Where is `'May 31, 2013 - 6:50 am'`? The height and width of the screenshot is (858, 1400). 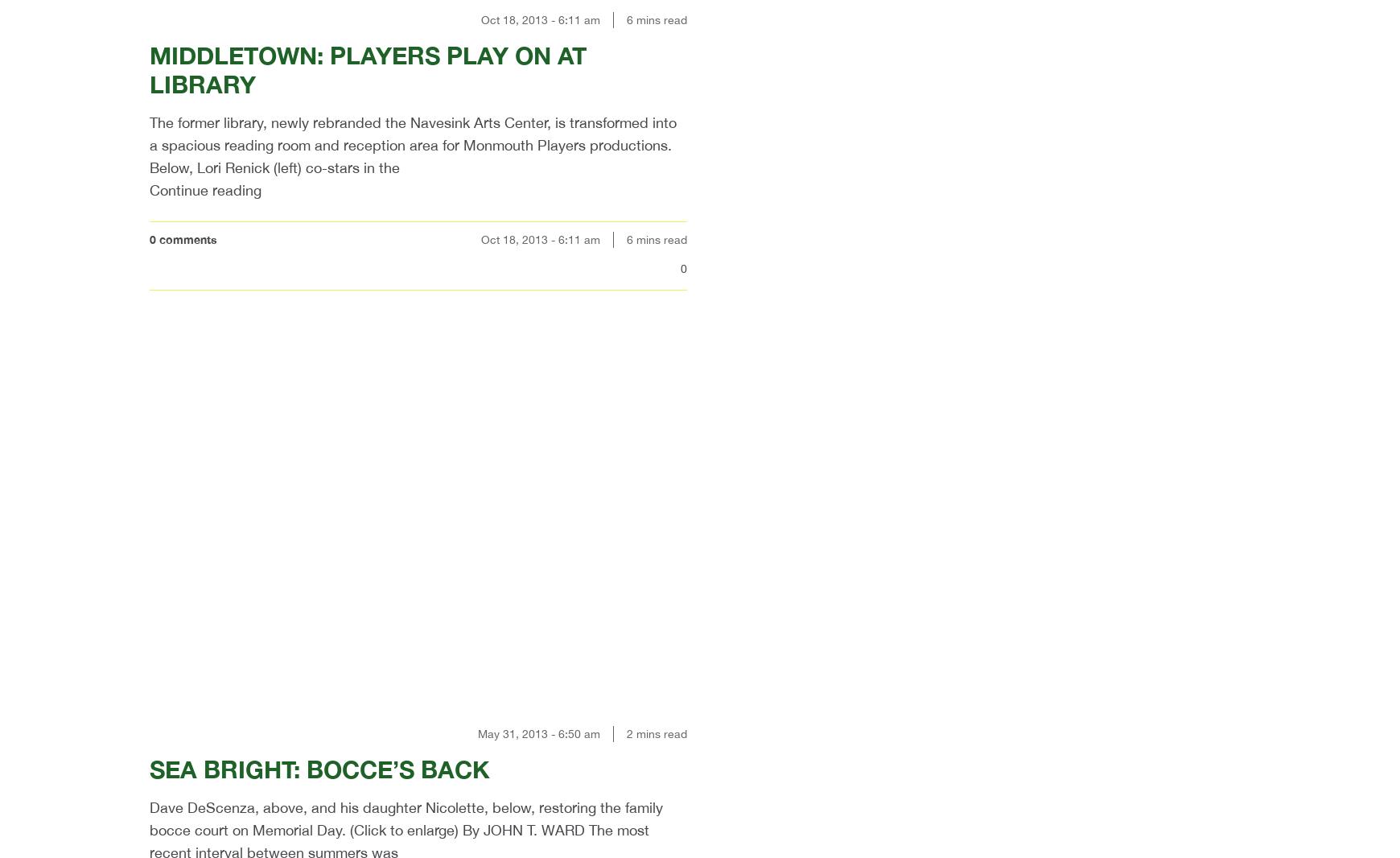
'May 31, 2013 - 6:50 am' is located at coordinates (539, 733).